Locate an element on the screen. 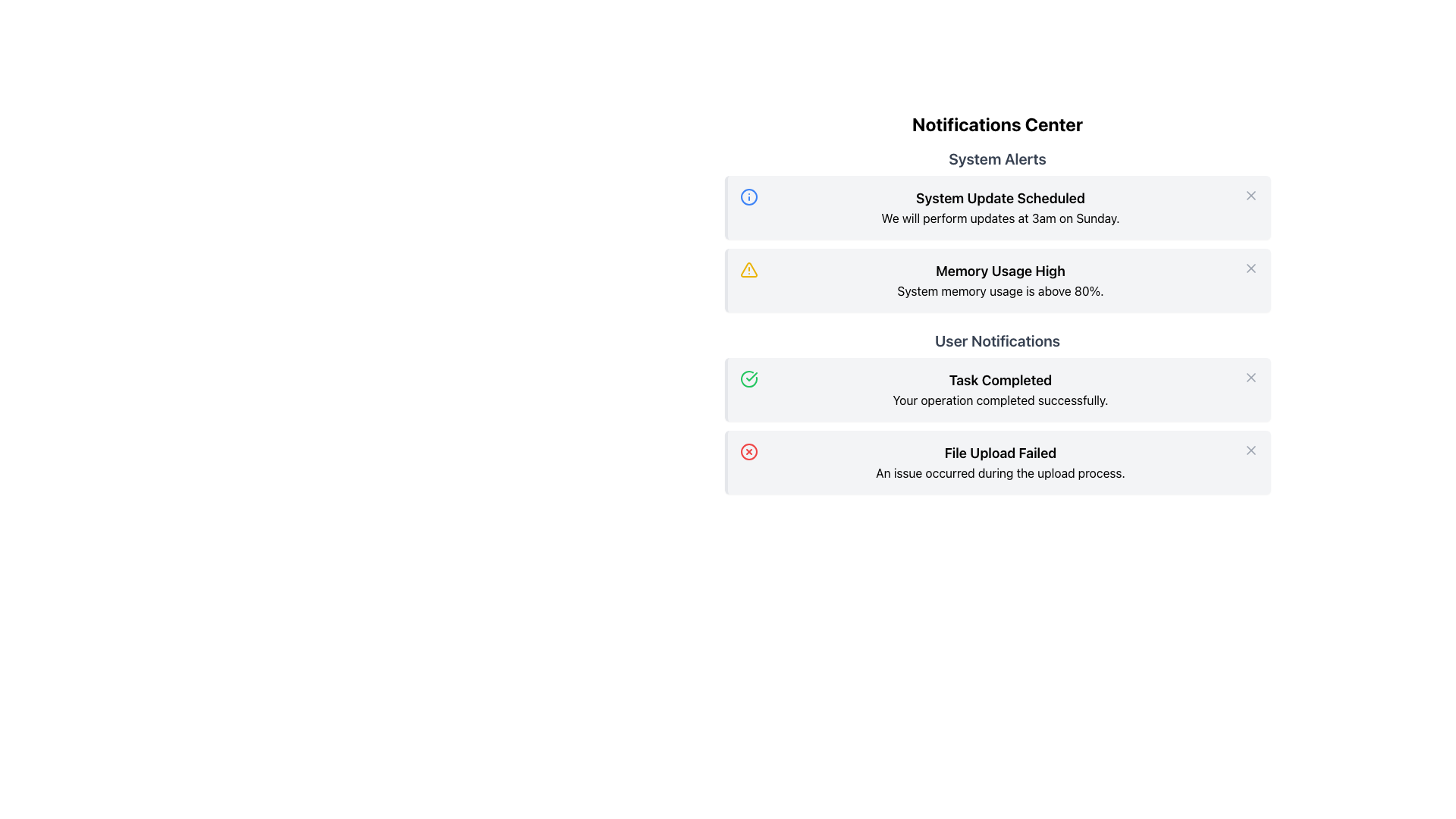 Image resolution: width=1456 pixels, height=819 pixels. the 'Close' button on the 'Task Completed' notification is located at coordinates (1250, 376).